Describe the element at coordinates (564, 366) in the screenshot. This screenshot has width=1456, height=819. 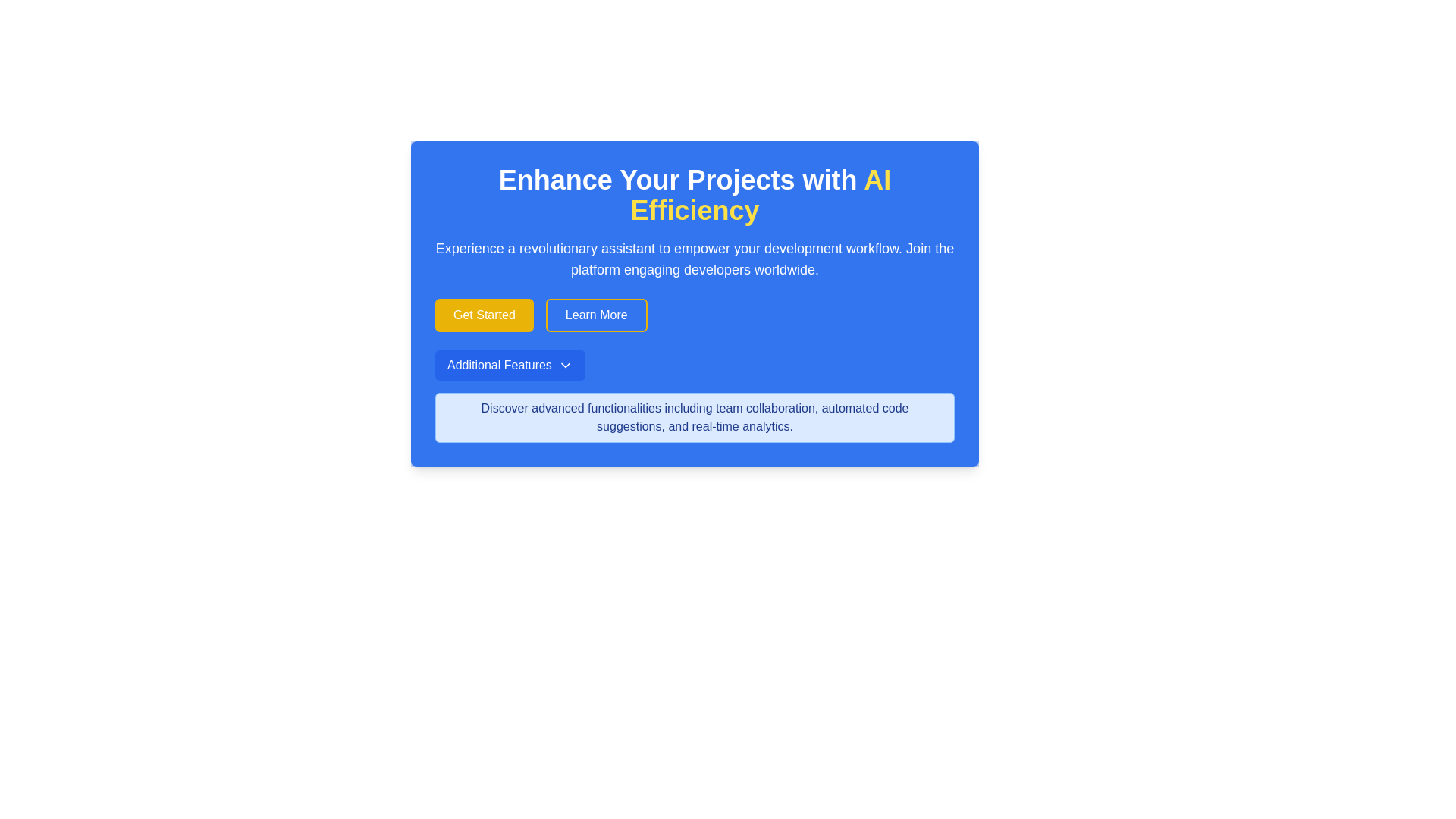
I see `the downward-pointing chevron icon located to the right of the text 'Additional Features'` at that location.